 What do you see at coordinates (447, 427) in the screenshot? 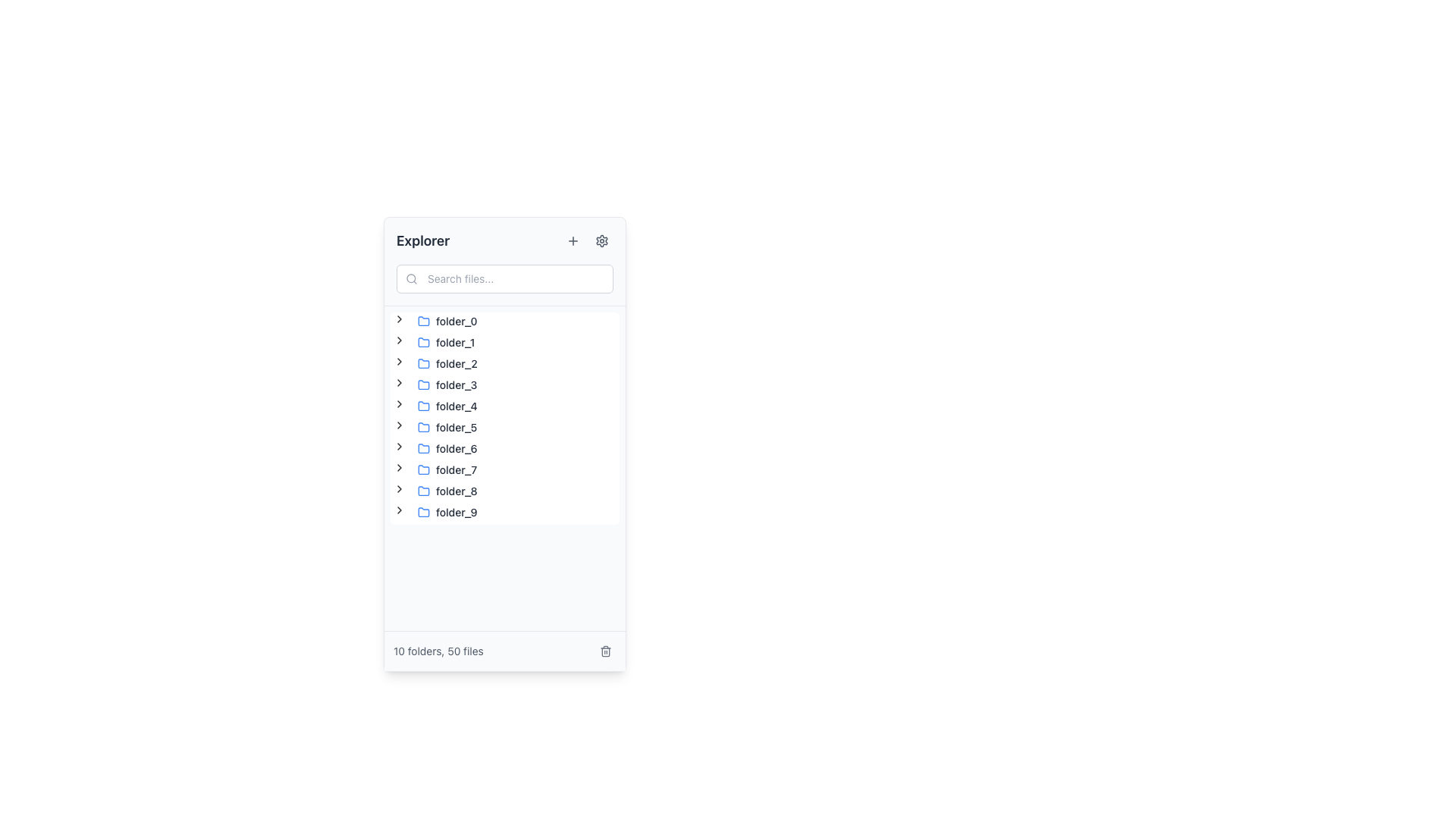
I see `to select the folder item labeled 'folder_5' in the Explorer interface, which is represented by a blue folder icon and is in a collapsed state` at bounding box center [447, 427].